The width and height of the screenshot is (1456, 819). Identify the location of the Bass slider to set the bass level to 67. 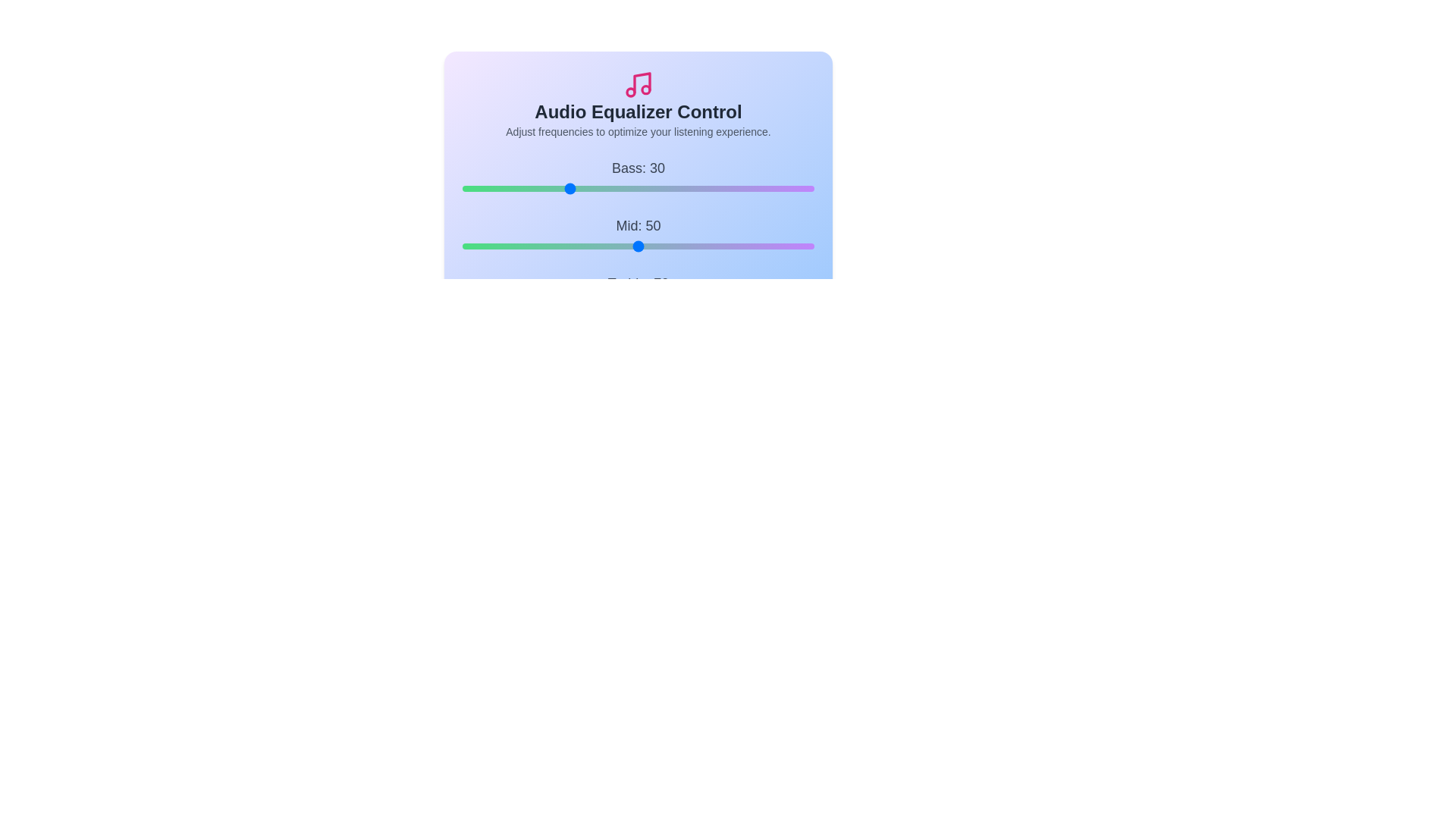
(697, 188).